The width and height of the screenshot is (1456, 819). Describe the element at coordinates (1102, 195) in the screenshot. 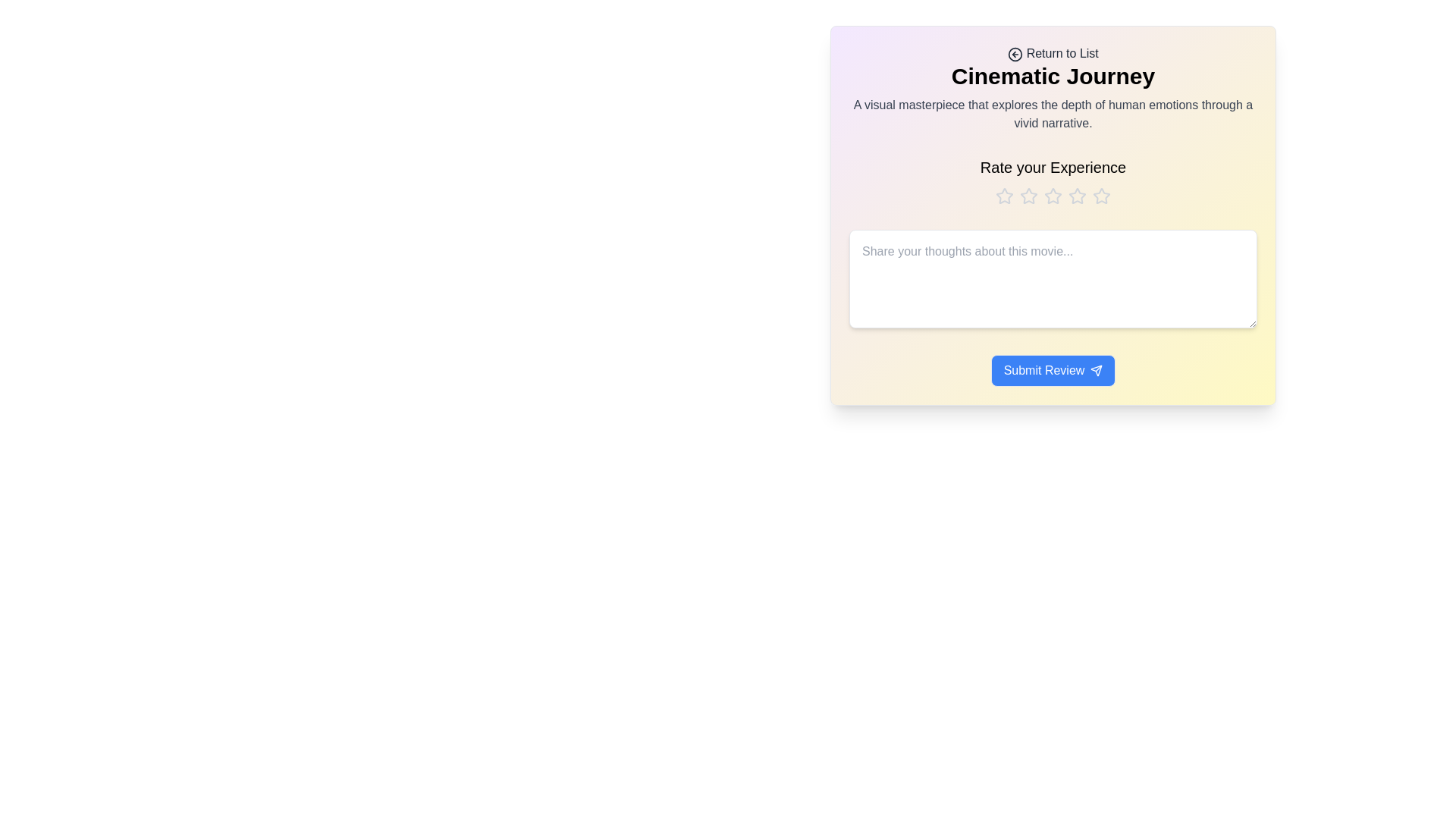

I see `the fifth interactive rating star icon, which is gray and slightly enlarges on hover, to rate the experience` at that location.